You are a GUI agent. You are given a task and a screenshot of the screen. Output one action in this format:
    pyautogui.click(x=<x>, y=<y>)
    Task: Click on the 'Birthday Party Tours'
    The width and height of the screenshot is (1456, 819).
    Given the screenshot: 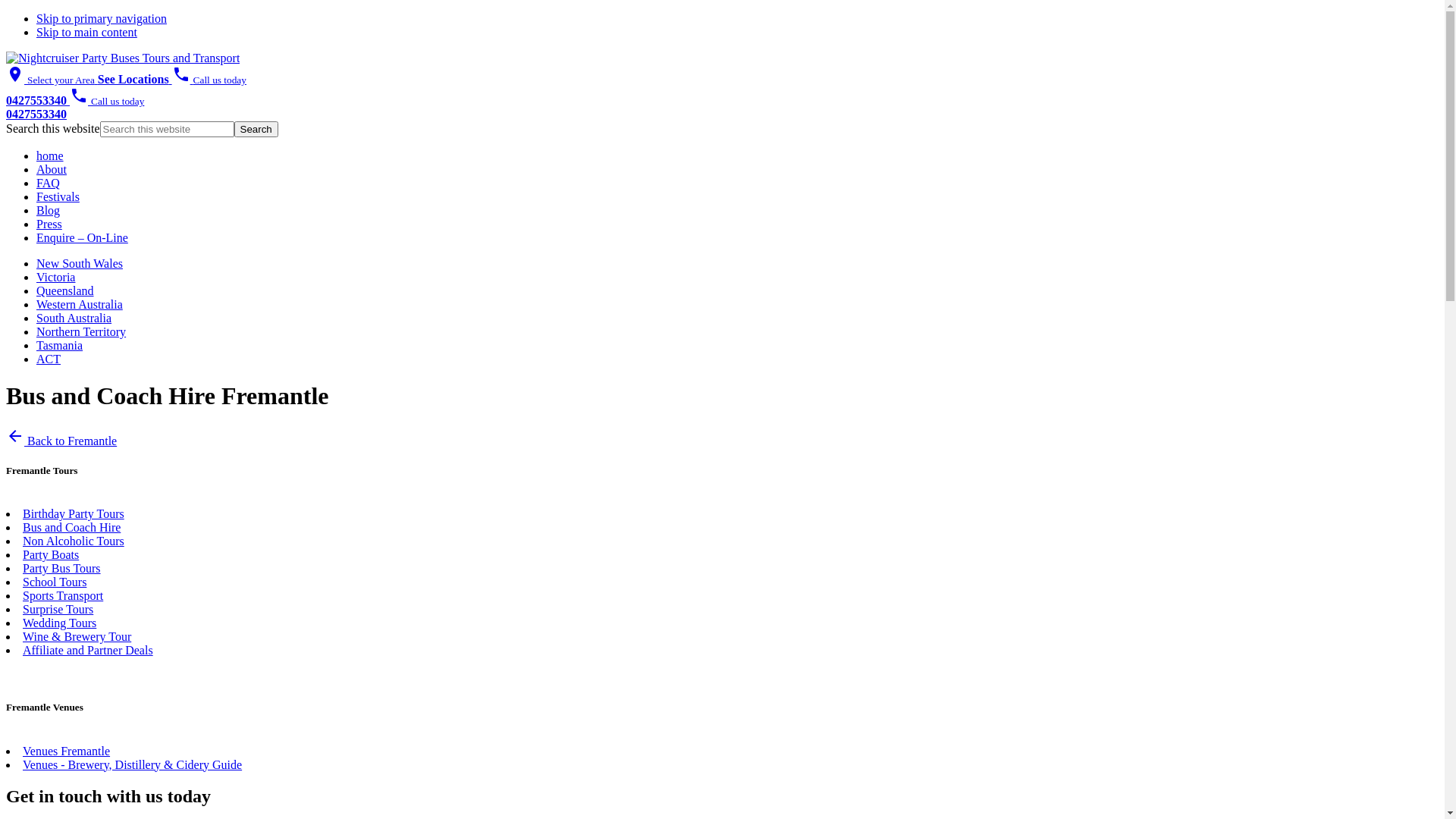 What is the action you would take?
    pyautogui.click(x=72, y=513)
    